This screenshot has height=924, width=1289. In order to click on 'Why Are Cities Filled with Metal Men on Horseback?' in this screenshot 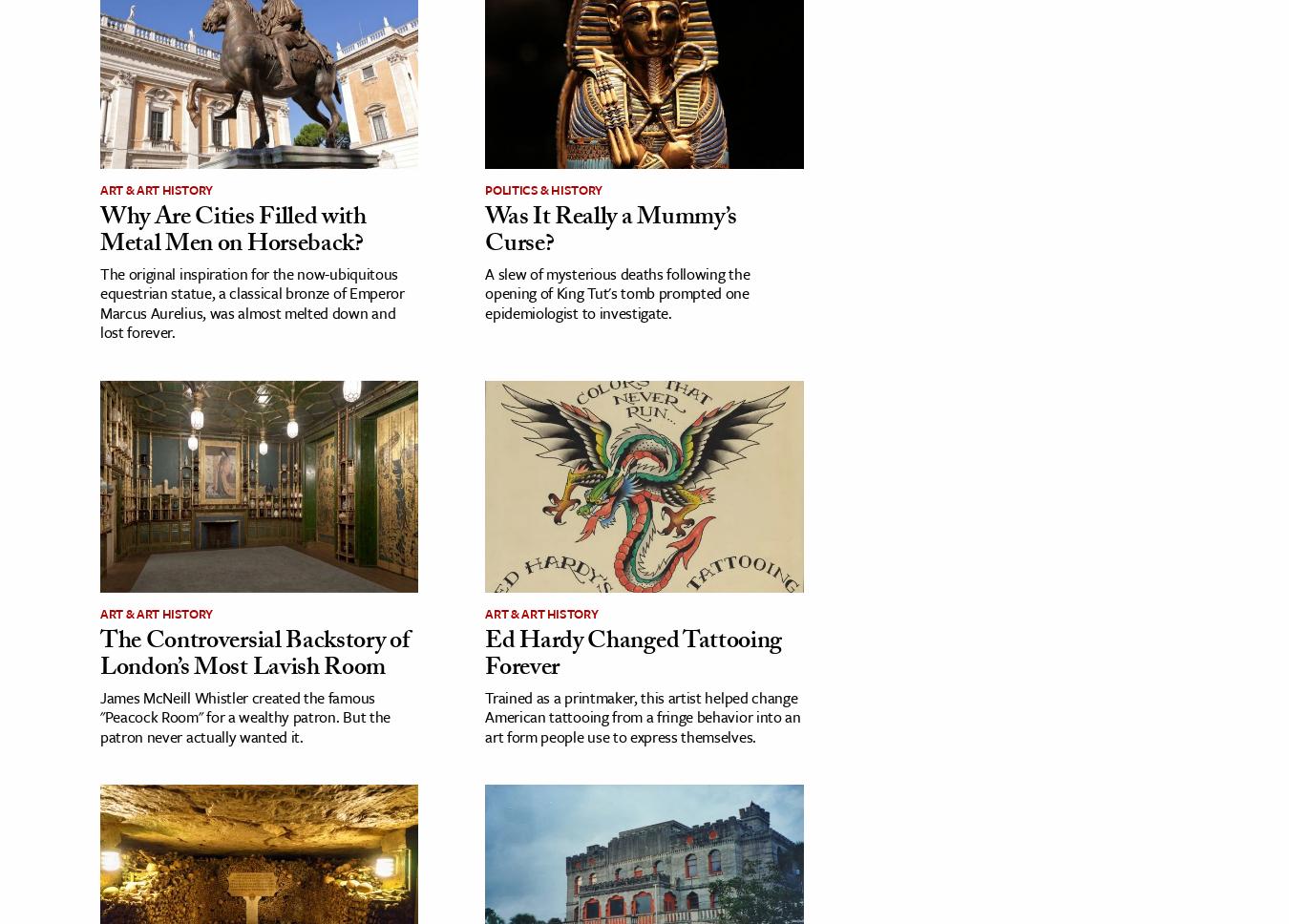, I will do `click(231, 232)`.